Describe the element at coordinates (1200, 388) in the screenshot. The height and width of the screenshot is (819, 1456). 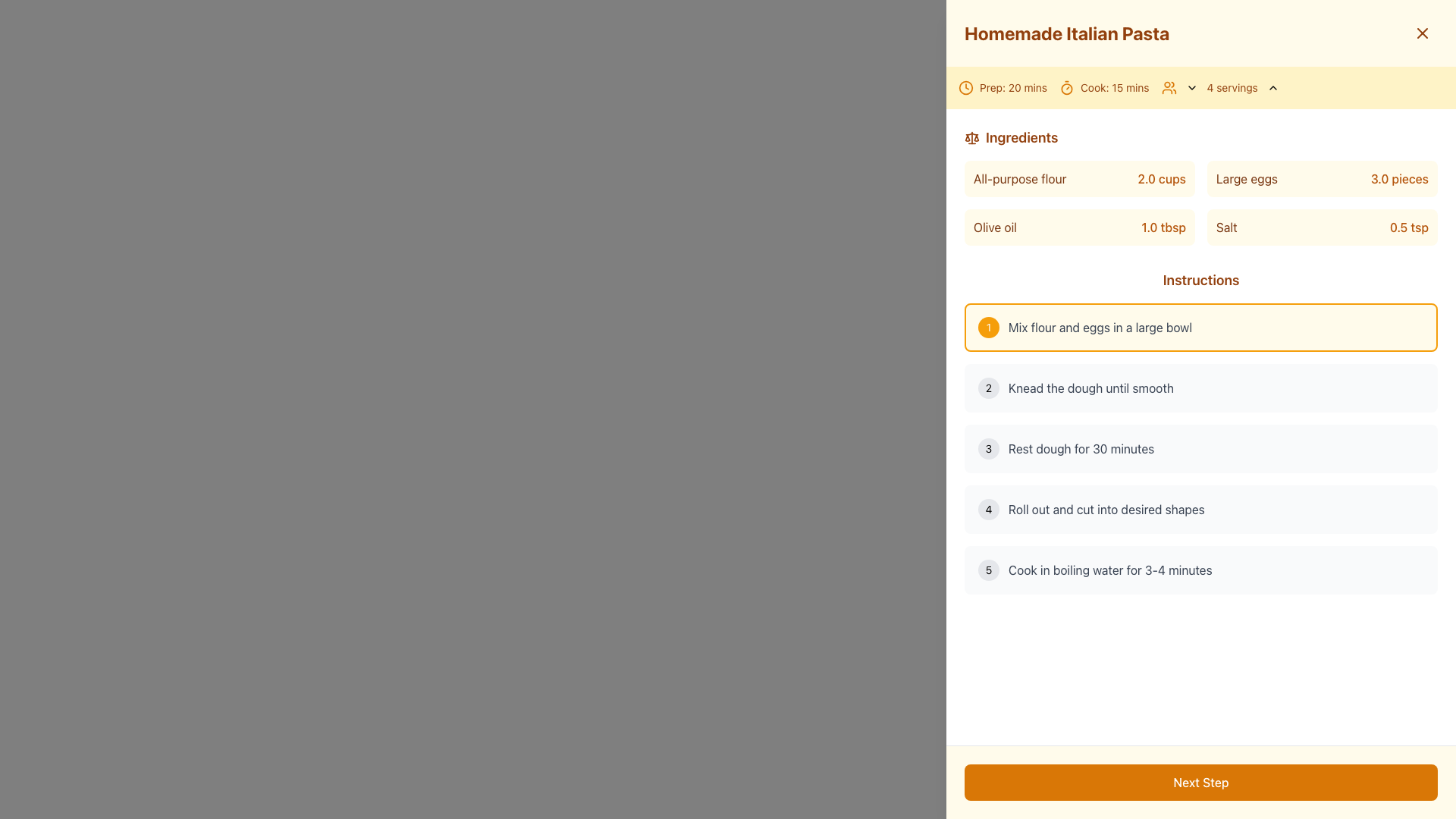
I see `the second numbered bullet in the 'Instructions' section that provides a specific step in preparing a recipe` at that location.